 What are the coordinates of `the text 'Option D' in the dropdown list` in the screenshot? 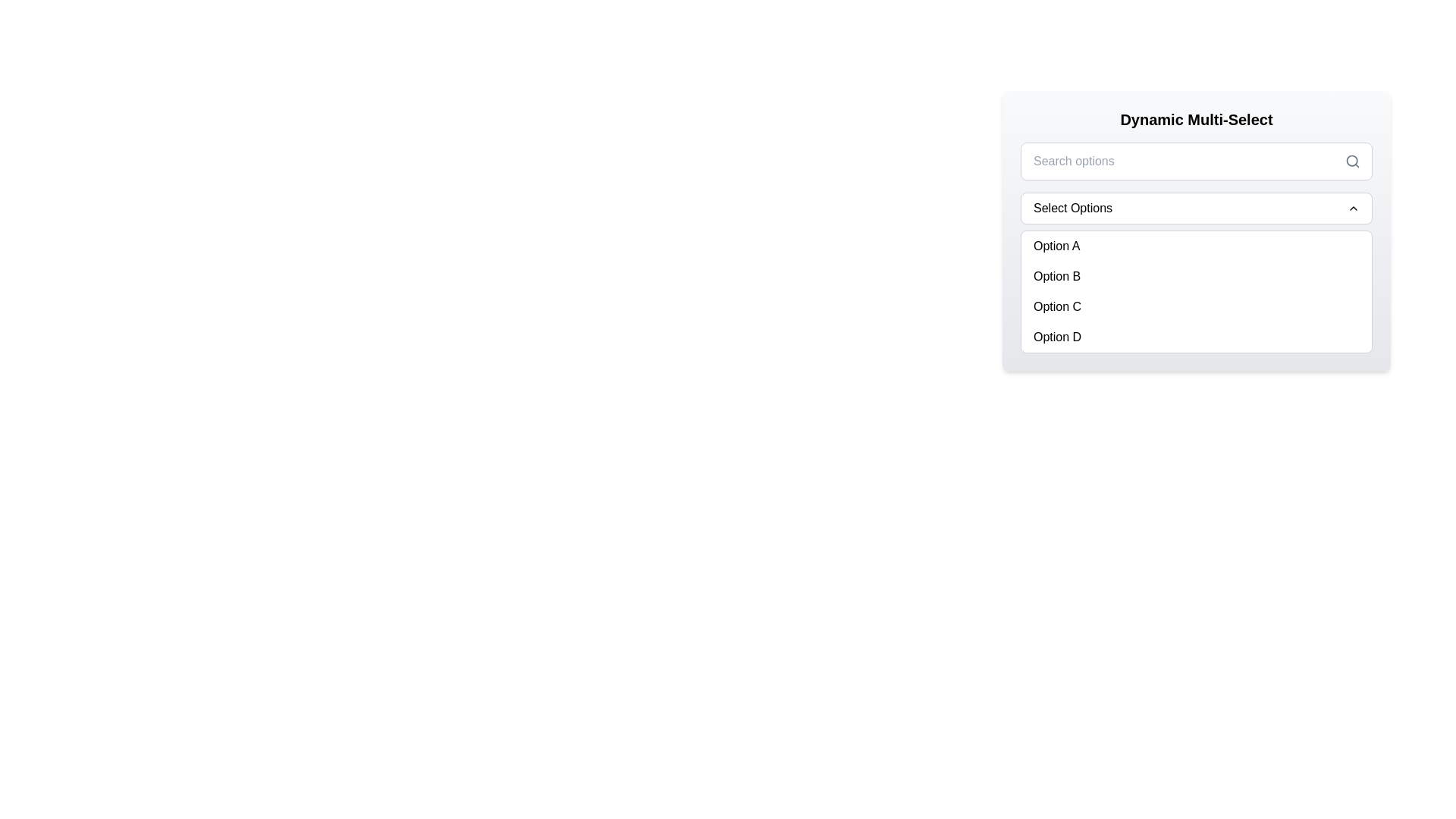 It's located at (1056, 336).